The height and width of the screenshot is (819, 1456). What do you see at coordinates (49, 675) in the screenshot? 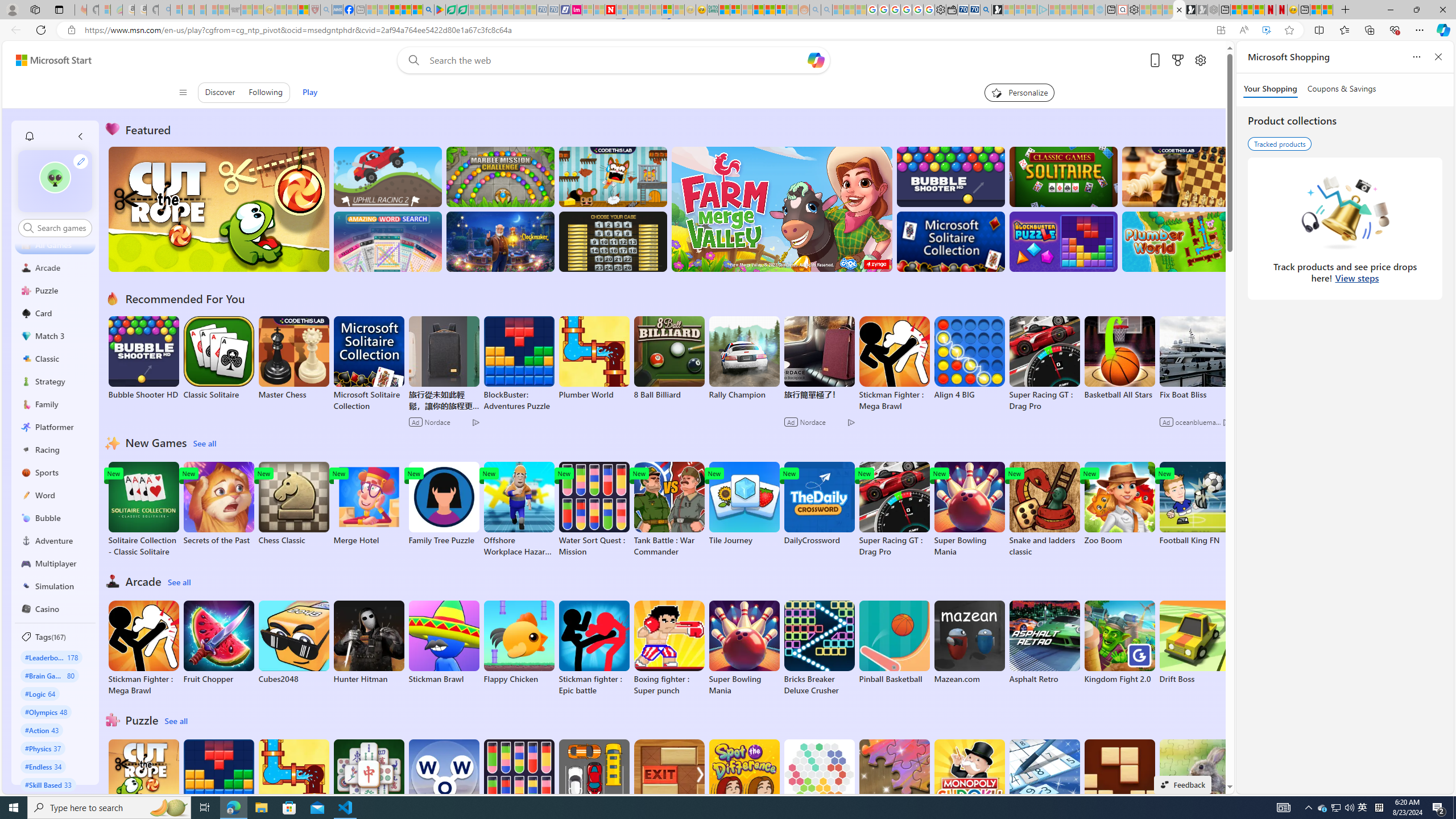
I see `'#Brain Games 80'` at bounding box center [49, 675].